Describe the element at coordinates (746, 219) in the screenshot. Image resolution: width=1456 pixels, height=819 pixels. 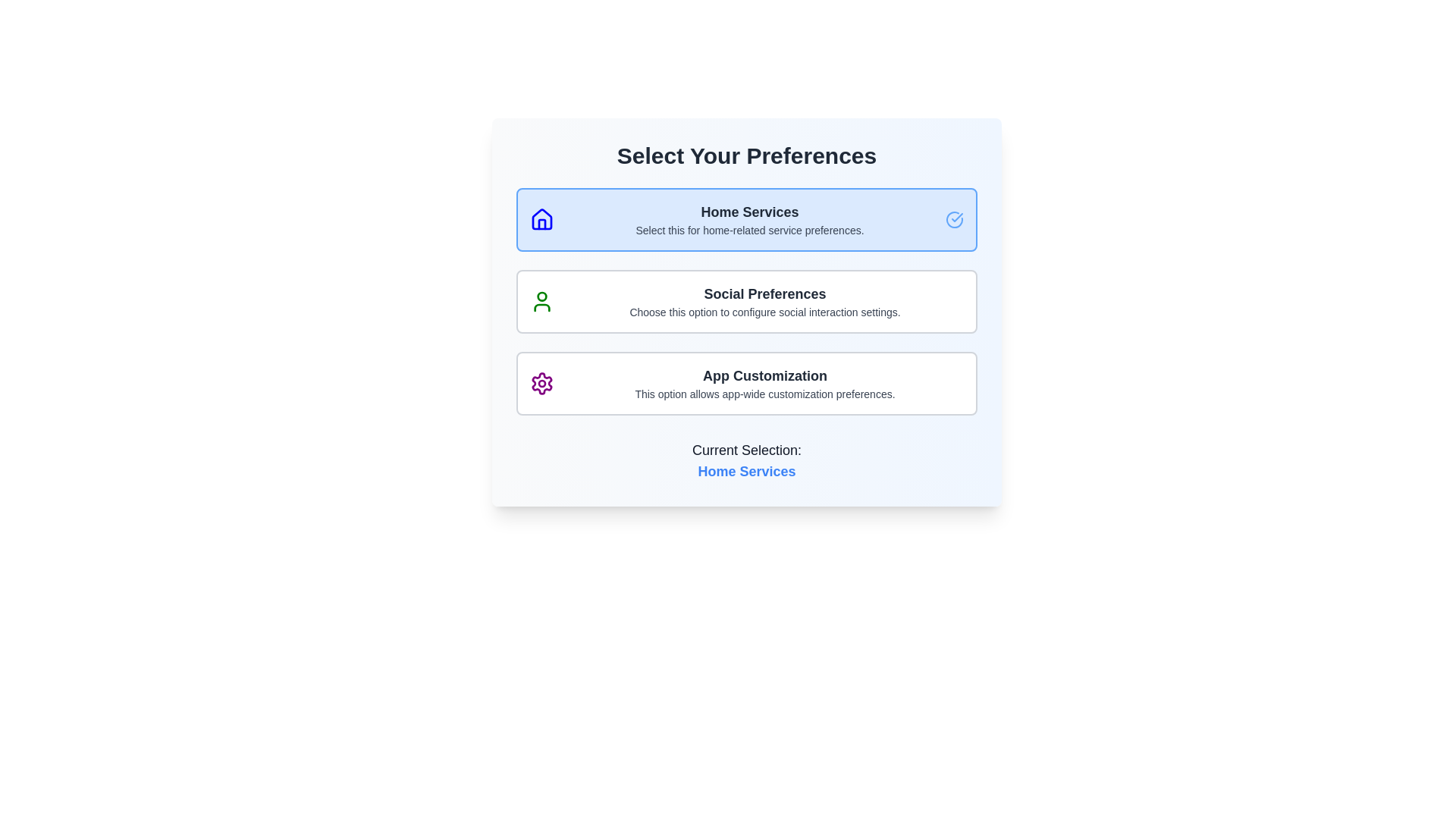
I see `the first selectable option card under 'Select Your Preferences'` at that location.